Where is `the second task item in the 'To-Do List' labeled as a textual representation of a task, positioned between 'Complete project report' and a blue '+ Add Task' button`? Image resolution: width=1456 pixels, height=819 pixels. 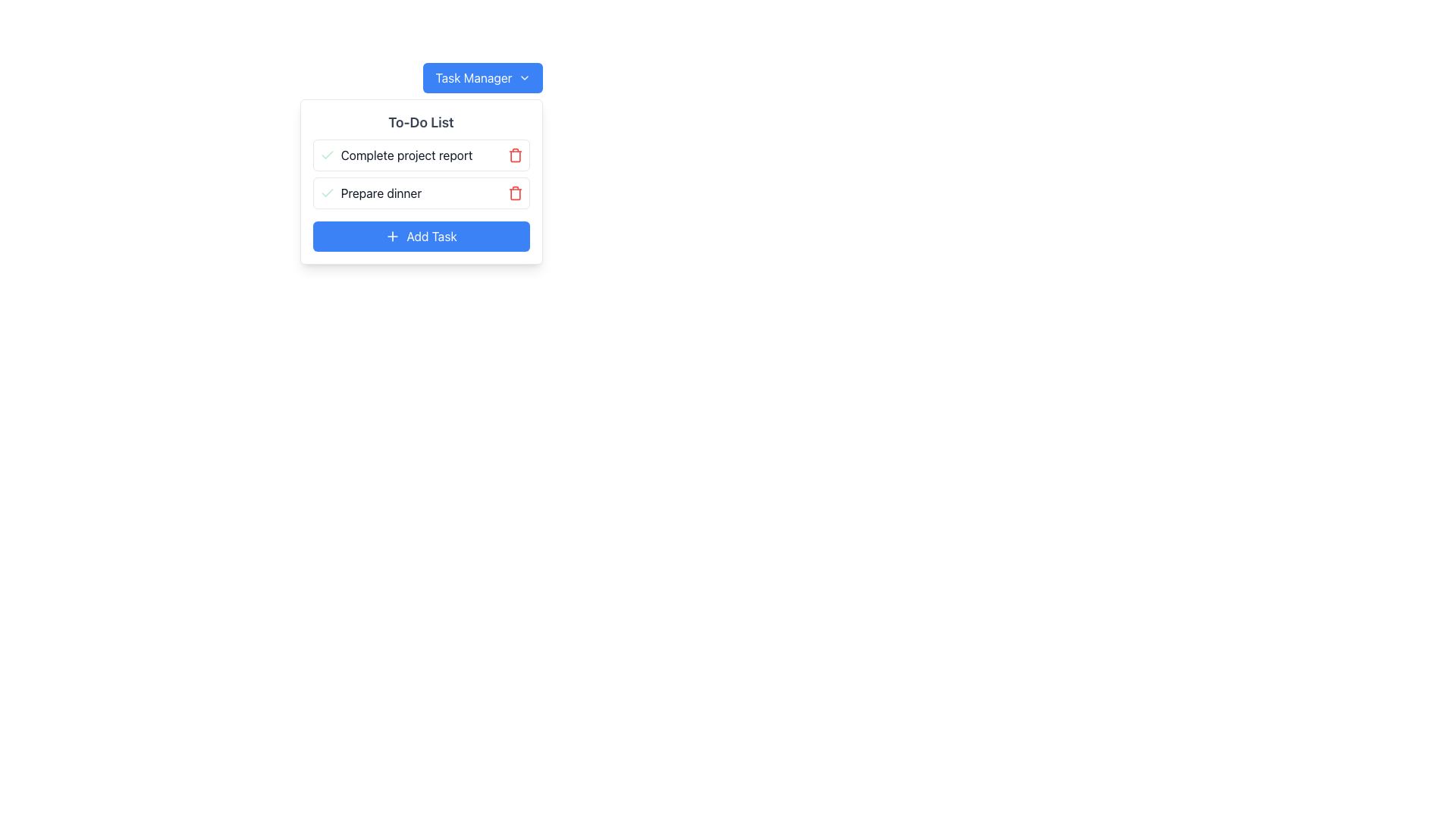
the second task item in the 'To-Do List' labeled as a textual representation of a task, positioned between 'Complete project report' and a blue '+ Add Task' button is located at coordinates (381, 192).